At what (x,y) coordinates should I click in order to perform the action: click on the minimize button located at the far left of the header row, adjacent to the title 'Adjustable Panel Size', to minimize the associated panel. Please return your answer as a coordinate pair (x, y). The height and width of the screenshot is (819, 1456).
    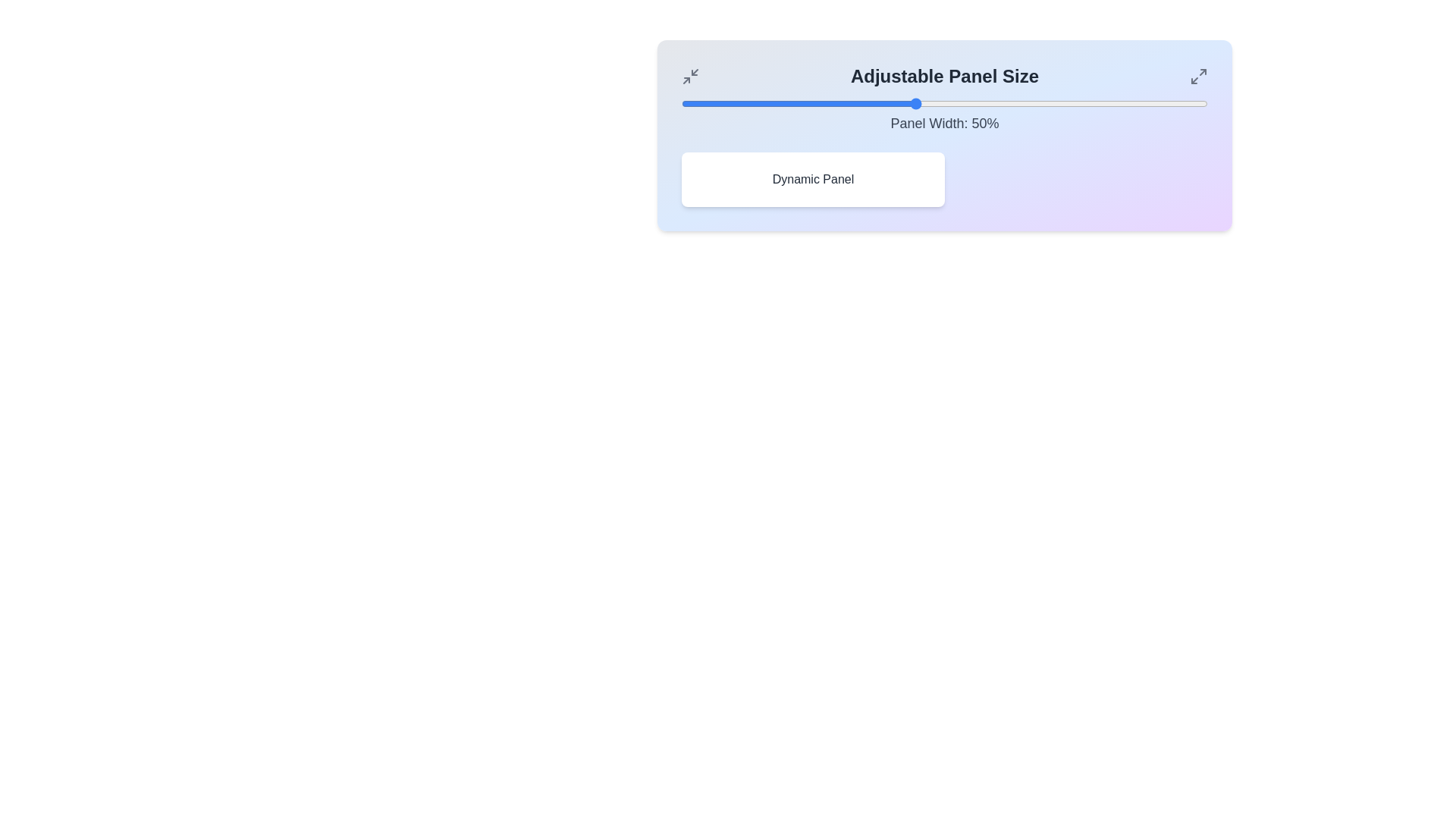
    Looking at the image, I should click on (690, 76).